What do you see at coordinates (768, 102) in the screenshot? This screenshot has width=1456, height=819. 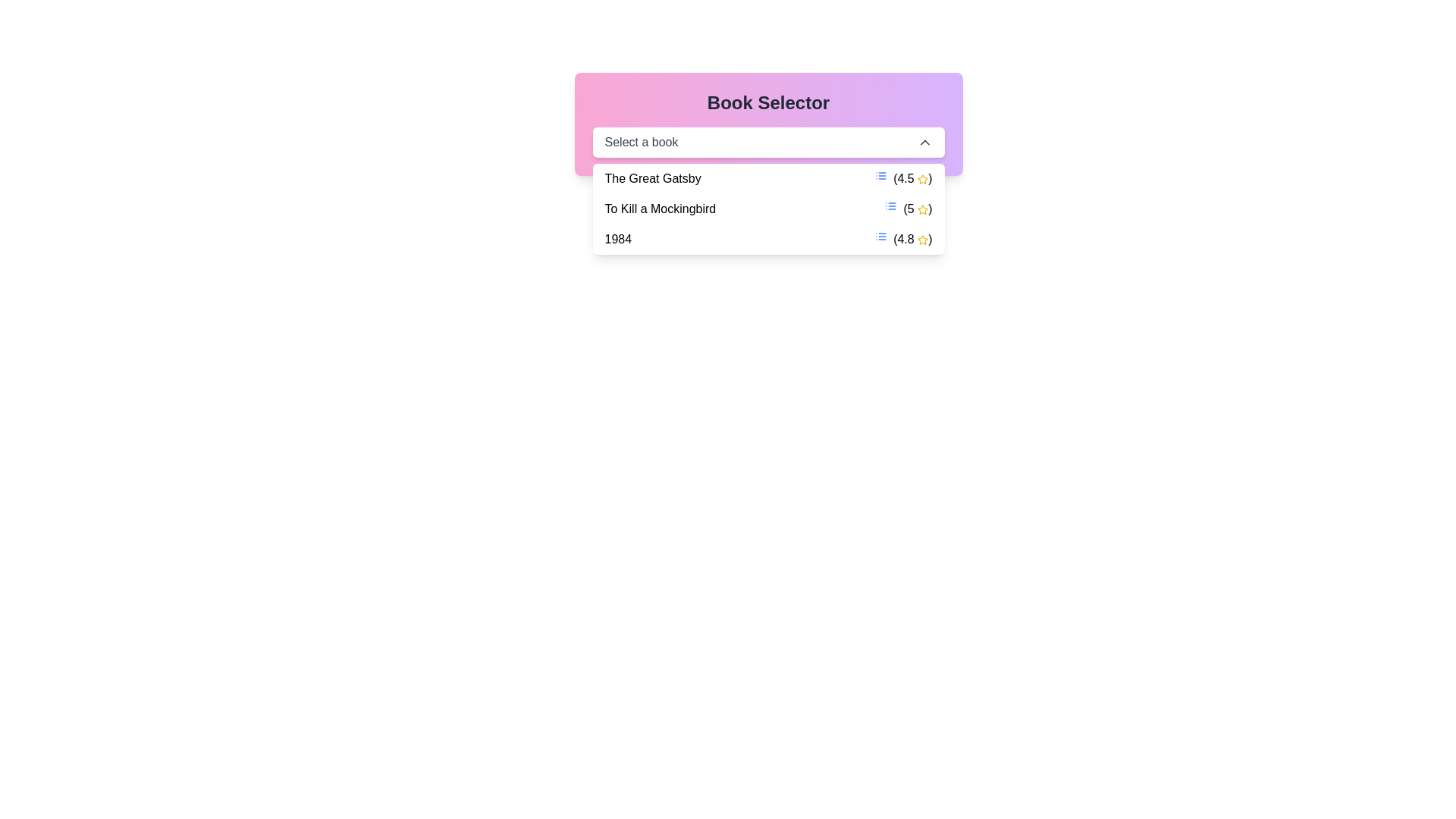 I see `the text label reading 'Book Selector' which is prominently displayed in bold, large font at the top of the selection interface, centered within a gradient background` at bounding box center [768, 102].